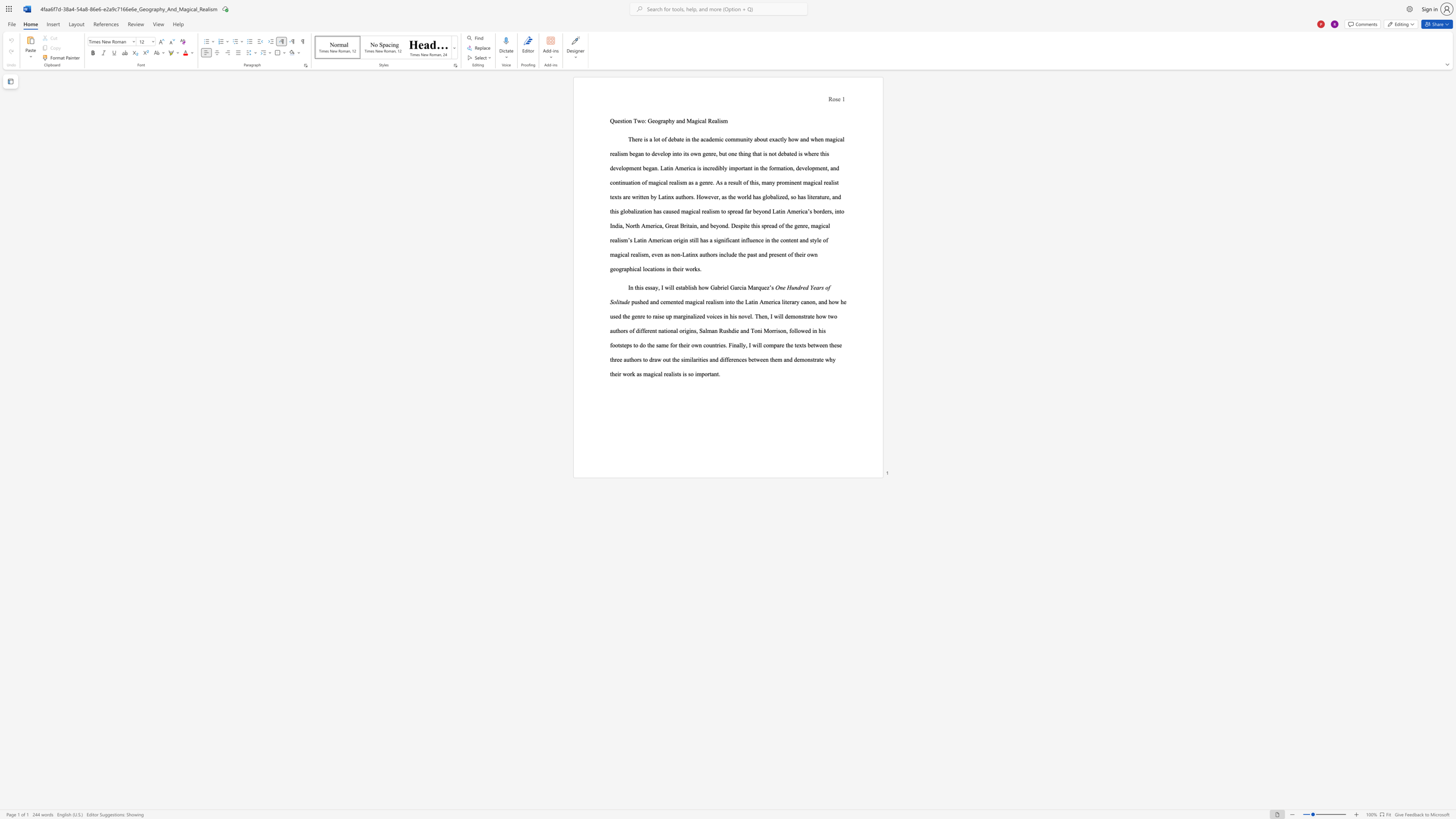 The width and height of the screenshot is (1456, 819). Describe the element at coordinates (739, 254) in the screenshot. I see `the subset text "he past and present of their own g" within the text "in the content and style of magical realism, even as non-Latinx authors include the past and present of their own geographical locations in their works."` at that location.